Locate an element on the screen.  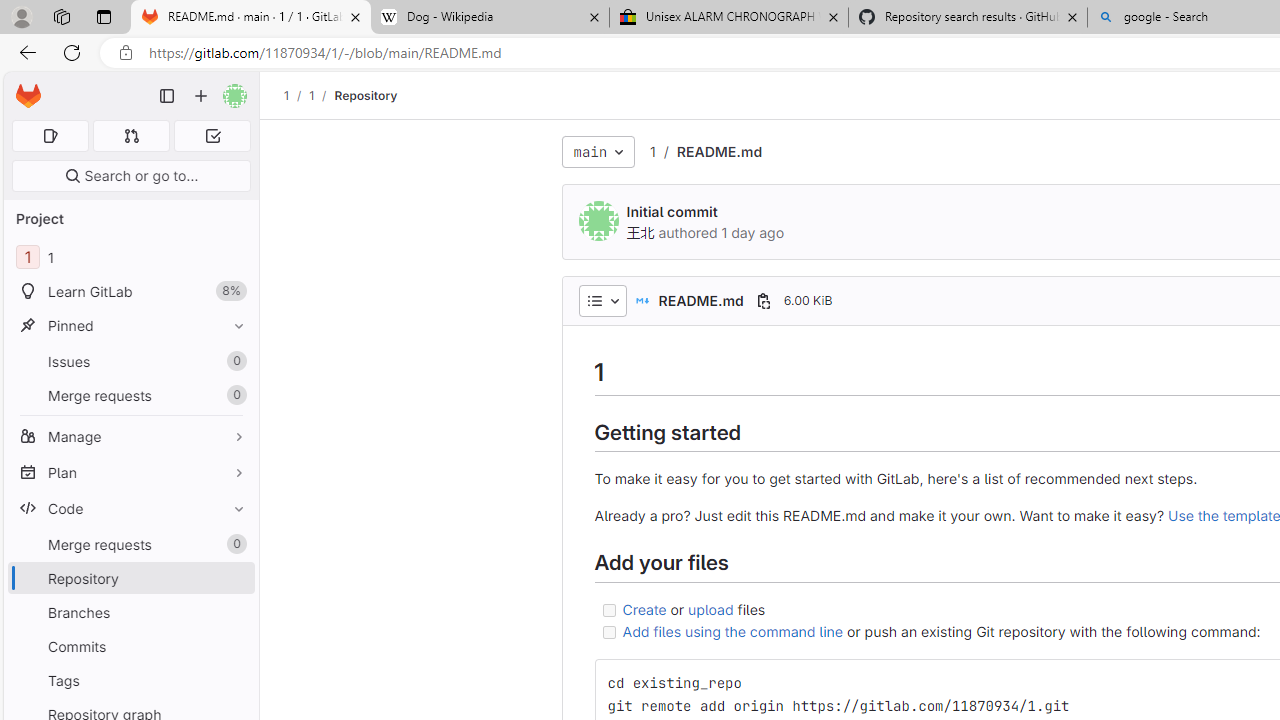
'upload' is located at coordinates (711, 607).